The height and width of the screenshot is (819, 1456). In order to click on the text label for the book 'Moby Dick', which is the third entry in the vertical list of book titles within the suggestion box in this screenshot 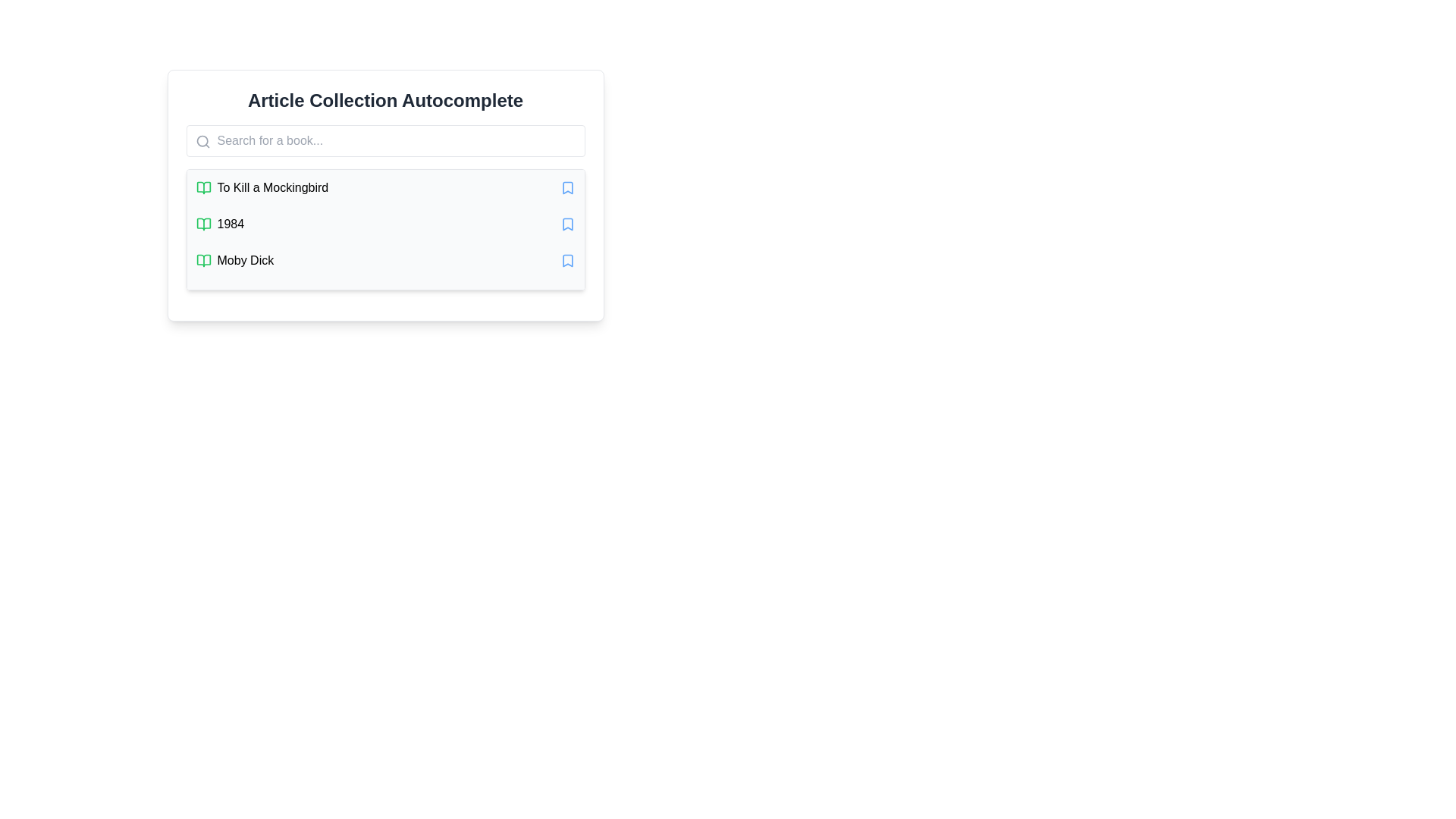, I will do `click(245, 259)`.